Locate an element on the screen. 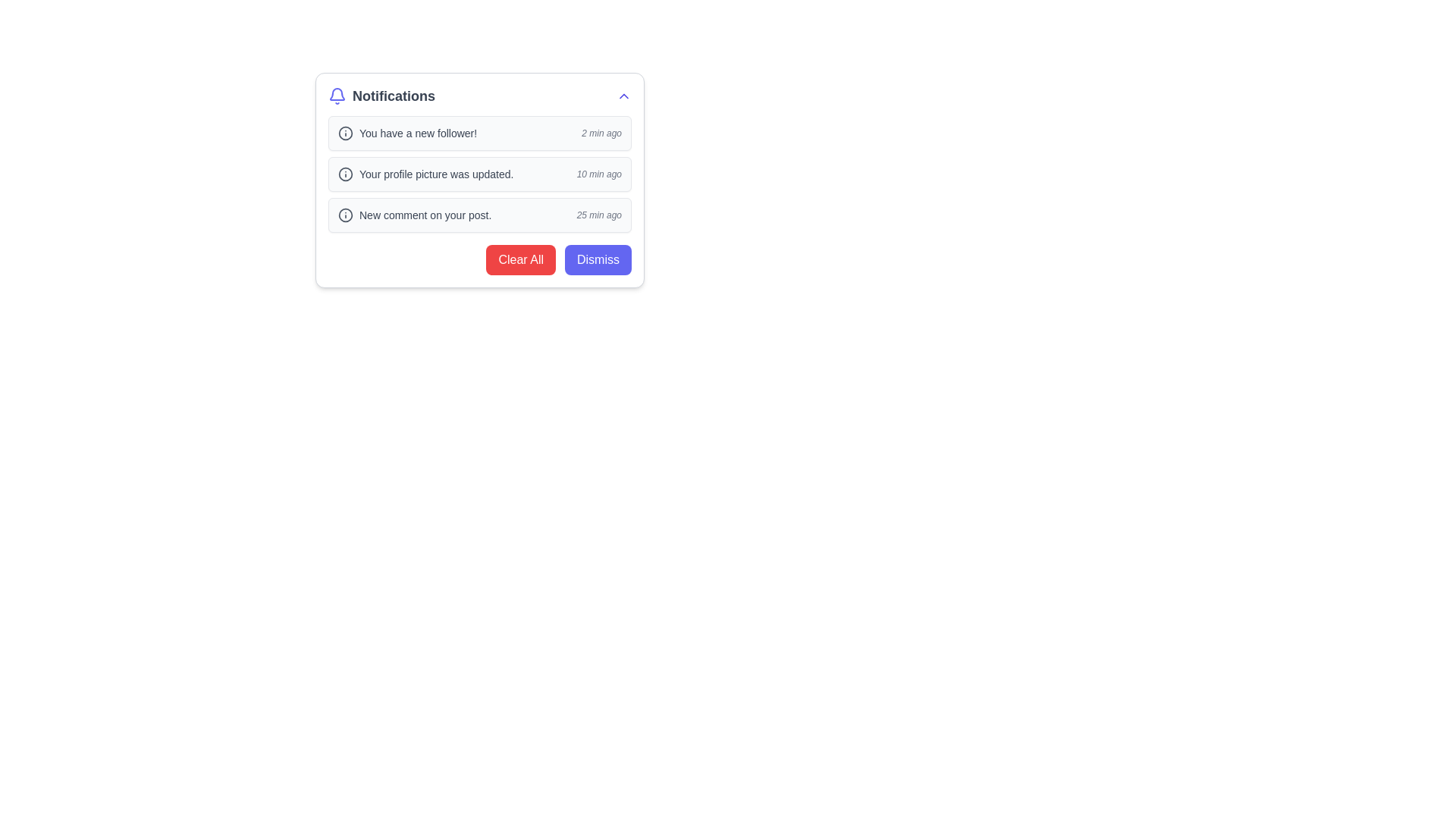 The height and width of the screenshot is (819, 1456). the informational icon indicating a new follower, located to the left of the text 'You have a new follower!' in the first notification item under the 'Notifications' header is located at coordinates (345, 133).